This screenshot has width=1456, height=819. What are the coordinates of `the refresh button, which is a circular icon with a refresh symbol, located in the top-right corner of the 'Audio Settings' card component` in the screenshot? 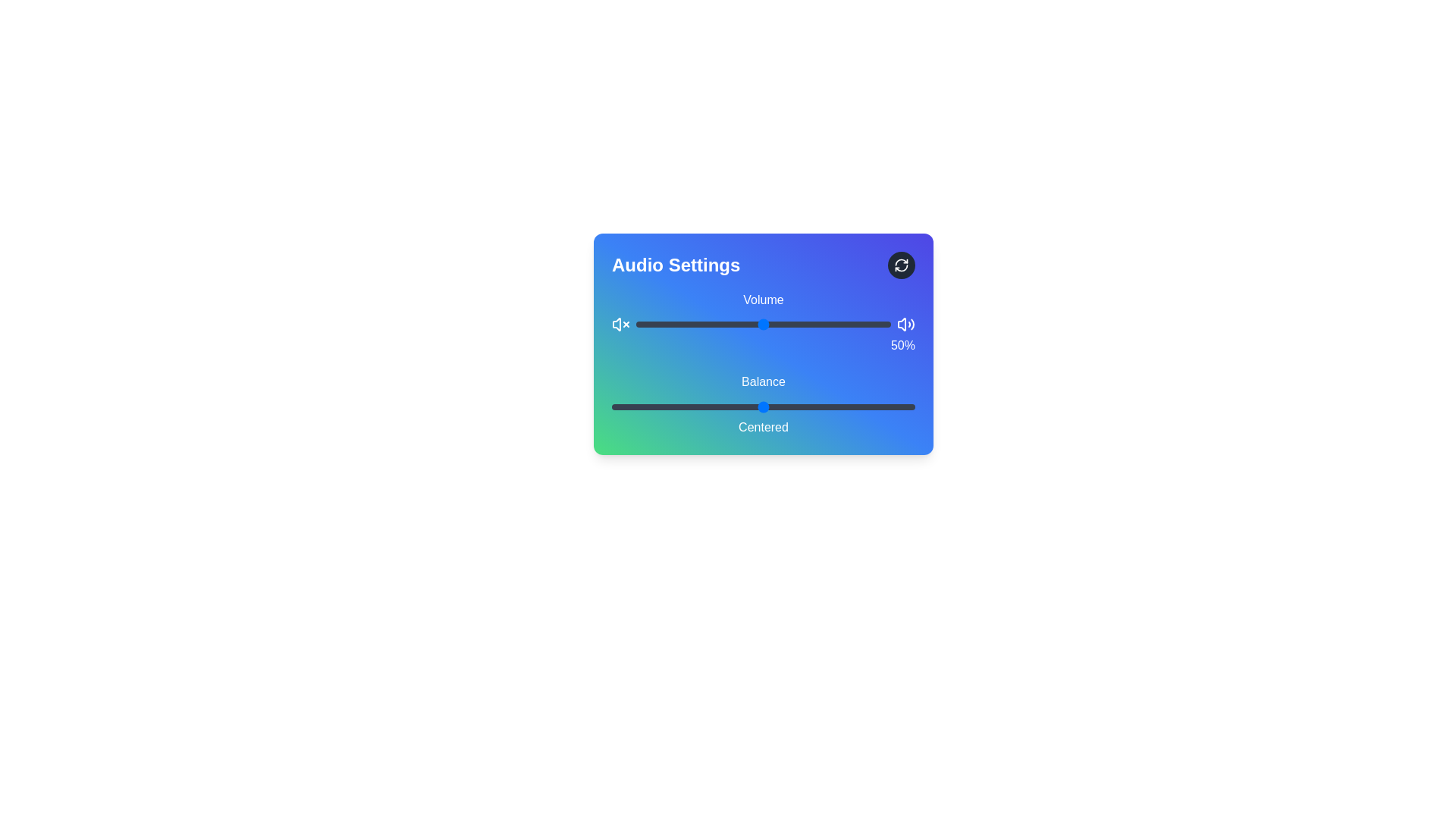 It's located at (902, 265).